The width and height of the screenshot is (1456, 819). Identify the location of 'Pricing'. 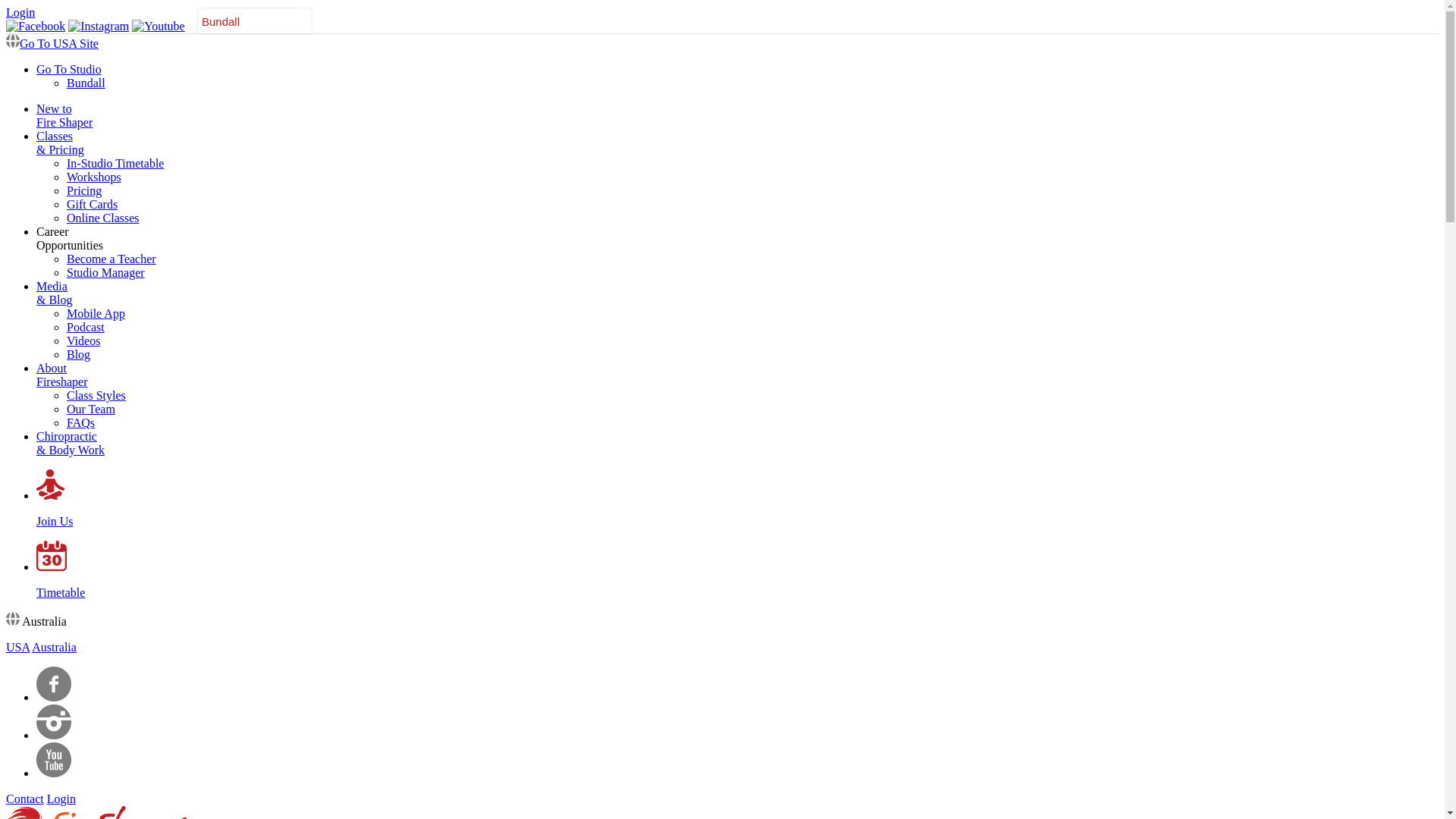
(83, 190).